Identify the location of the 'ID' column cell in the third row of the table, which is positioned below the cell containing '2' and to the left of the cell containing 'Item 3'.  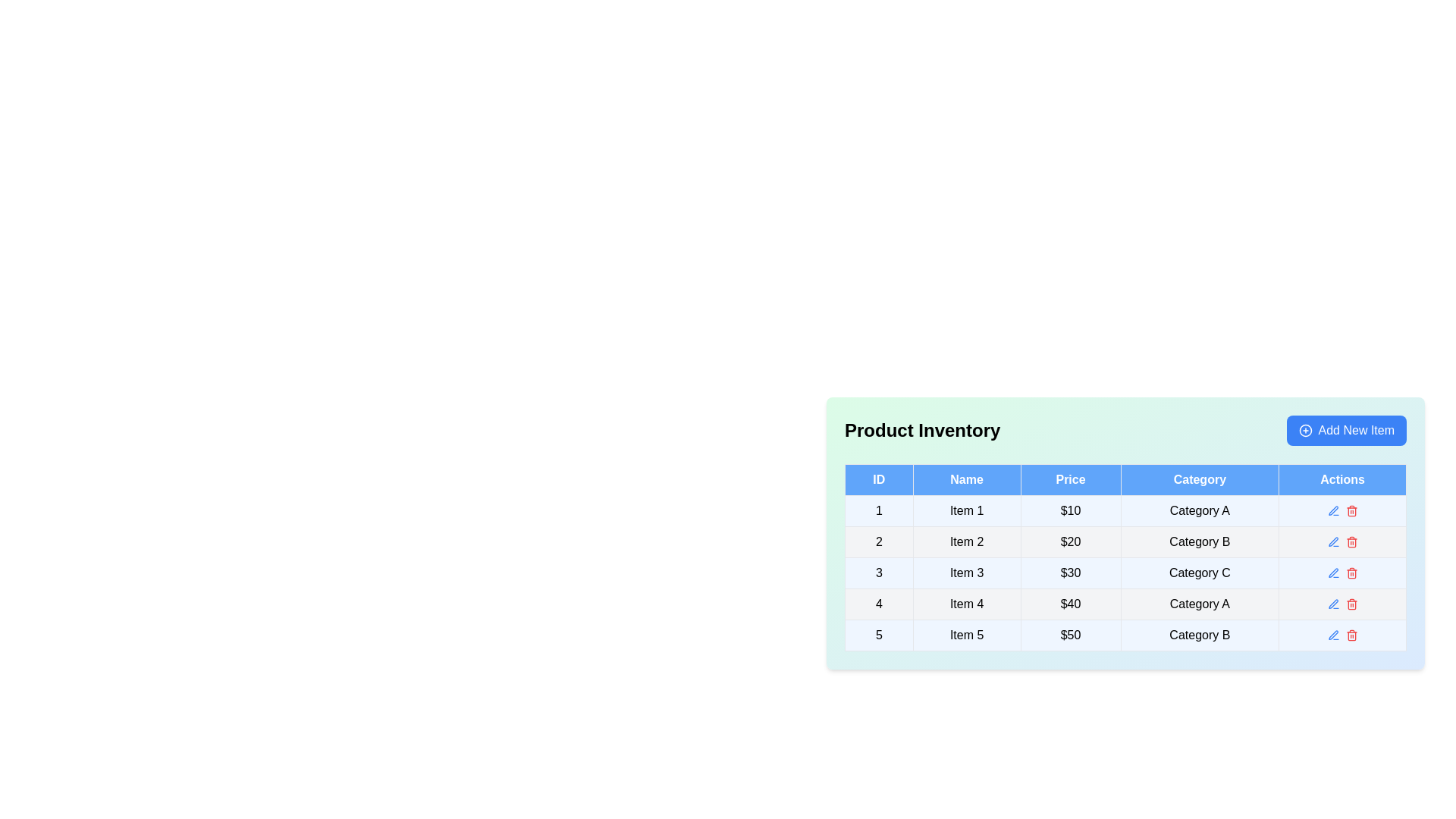
(879, 573).